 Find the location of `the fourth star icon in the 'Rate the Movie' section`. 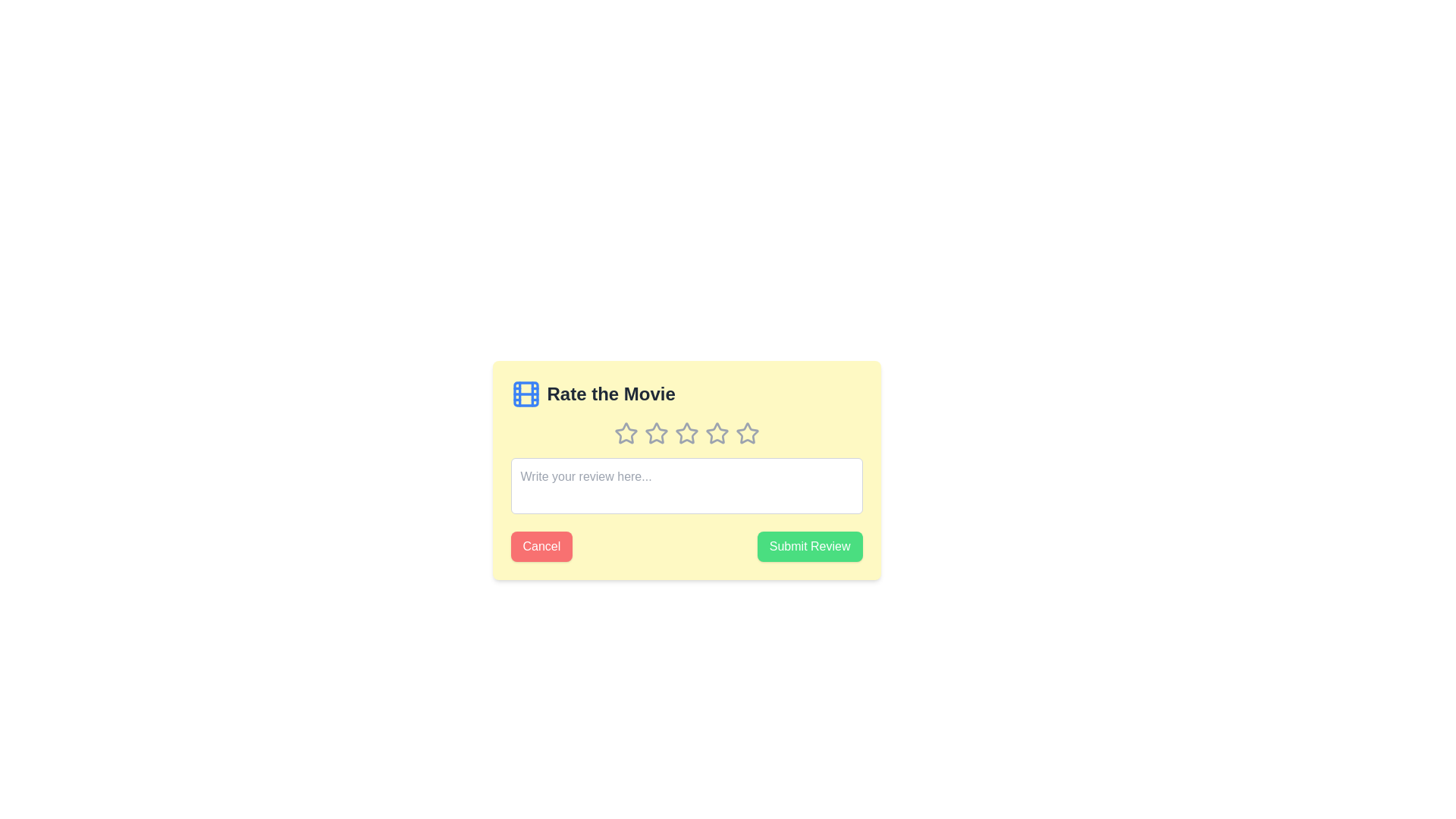

the fourth star icon in the 'Rate the Movie' section is located at coordinates (716, 433).